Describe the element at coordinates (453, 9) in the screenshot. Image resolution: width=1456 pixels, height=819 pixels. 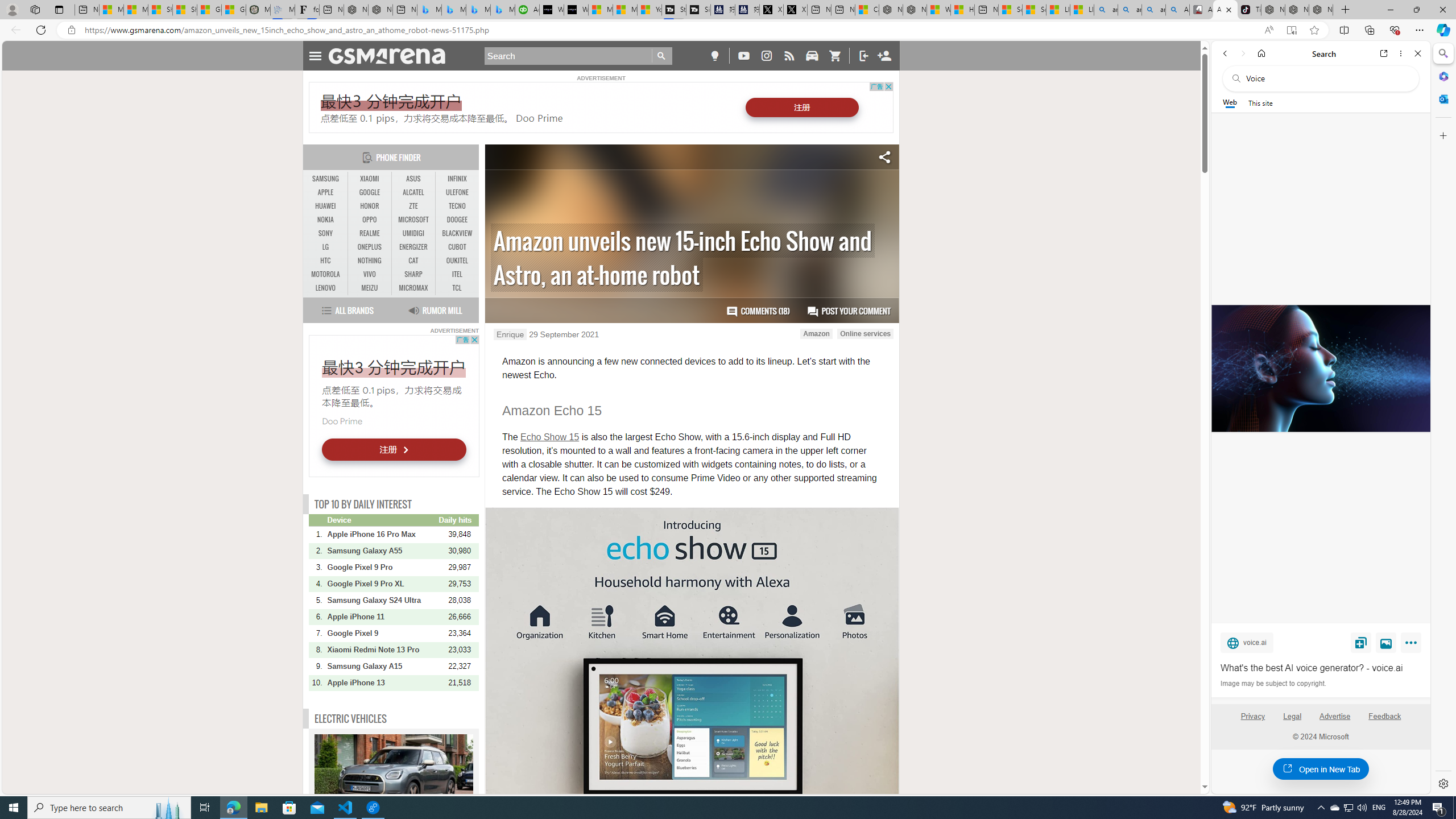
I see `'Microsoft Bing Travel - Stays in Bangkok, Bangkok, Thailand'` at that location.